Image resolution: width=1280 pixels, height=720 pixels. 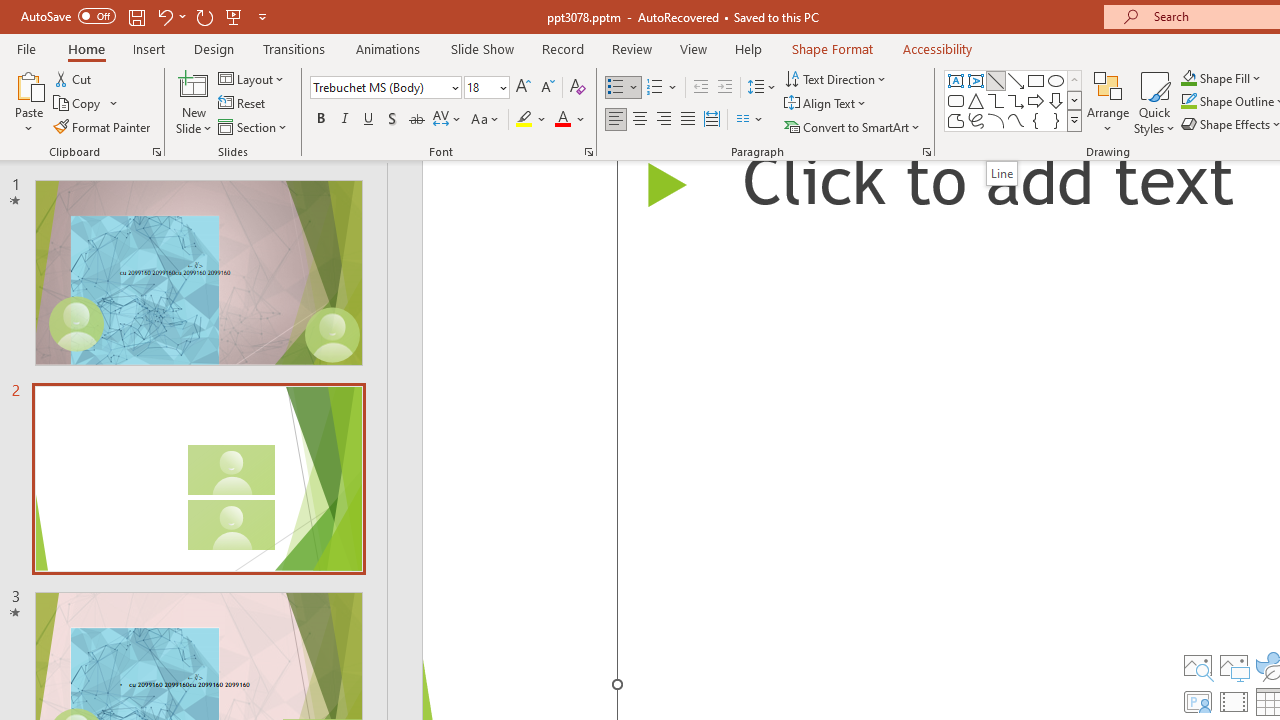 What do you see at coordinates (320, 119) in the screenshot?
I see `'Bold'` at bounding box center [320, 119].